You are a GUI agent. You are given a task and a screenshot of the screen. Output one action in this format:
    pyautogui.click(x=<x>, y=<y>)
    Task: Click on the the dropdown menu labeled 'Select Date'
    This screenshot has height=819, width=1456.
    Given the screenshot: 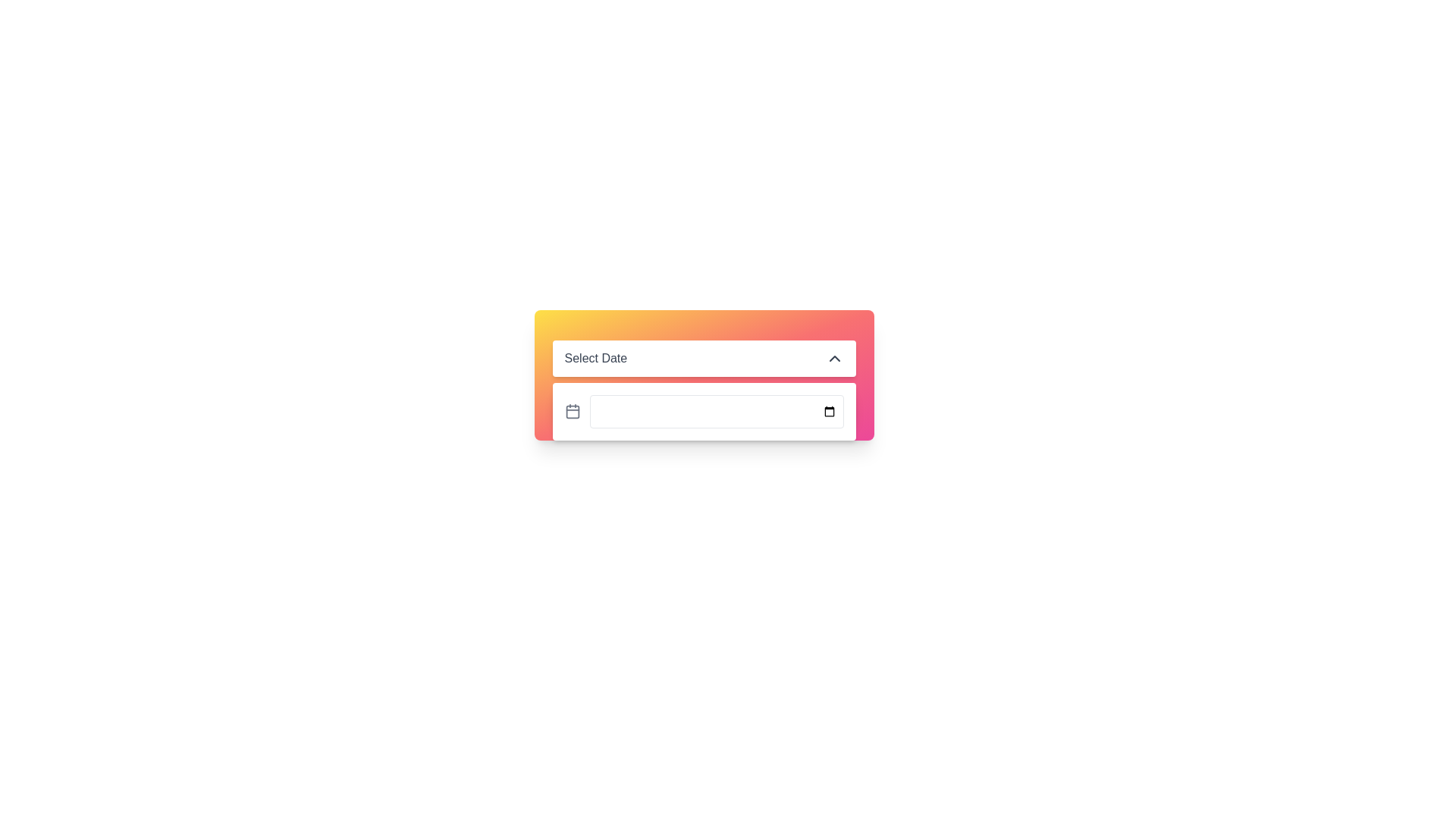 What is the action you would take?
    pyautogui.click(x=703, y=359)
    